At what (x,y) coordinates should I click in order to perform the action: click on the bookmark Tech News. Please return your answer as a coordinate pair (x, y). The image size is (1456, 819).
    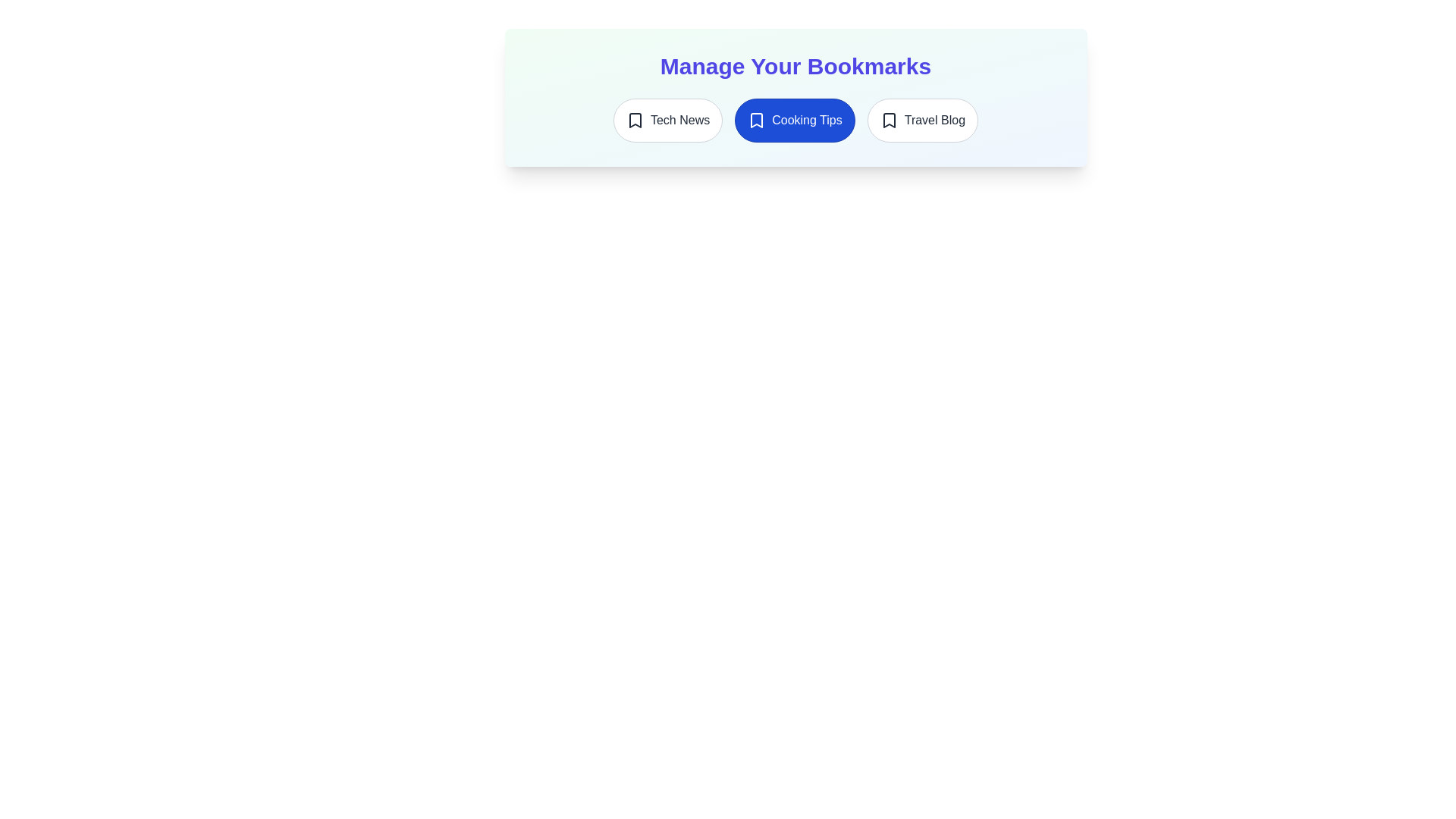
    Looking at the image, I should click on (667, 119).